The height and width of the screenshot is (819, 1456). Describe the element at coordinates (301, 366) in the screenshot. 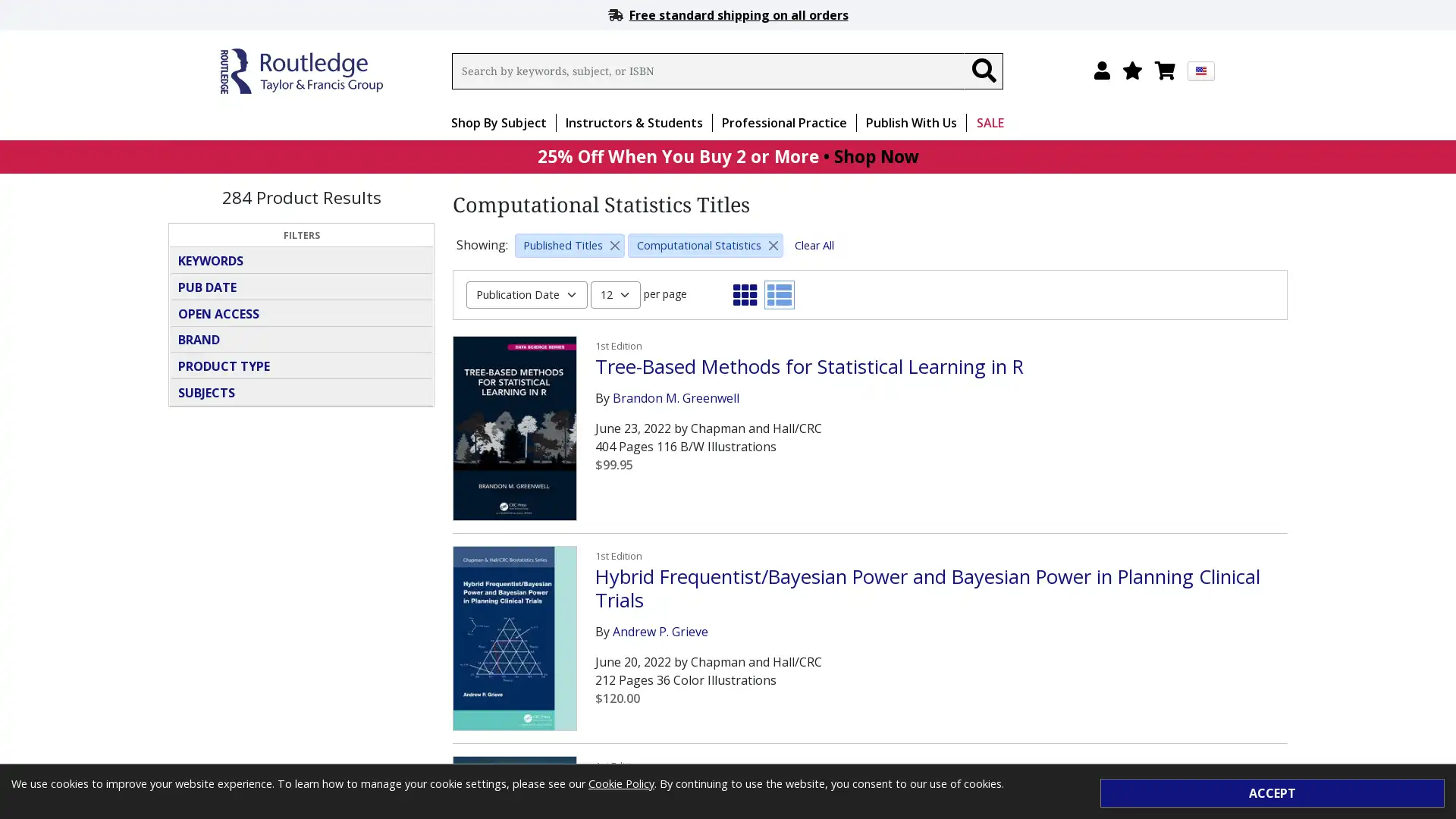

I see `PRODUCT TYPE` at that location.